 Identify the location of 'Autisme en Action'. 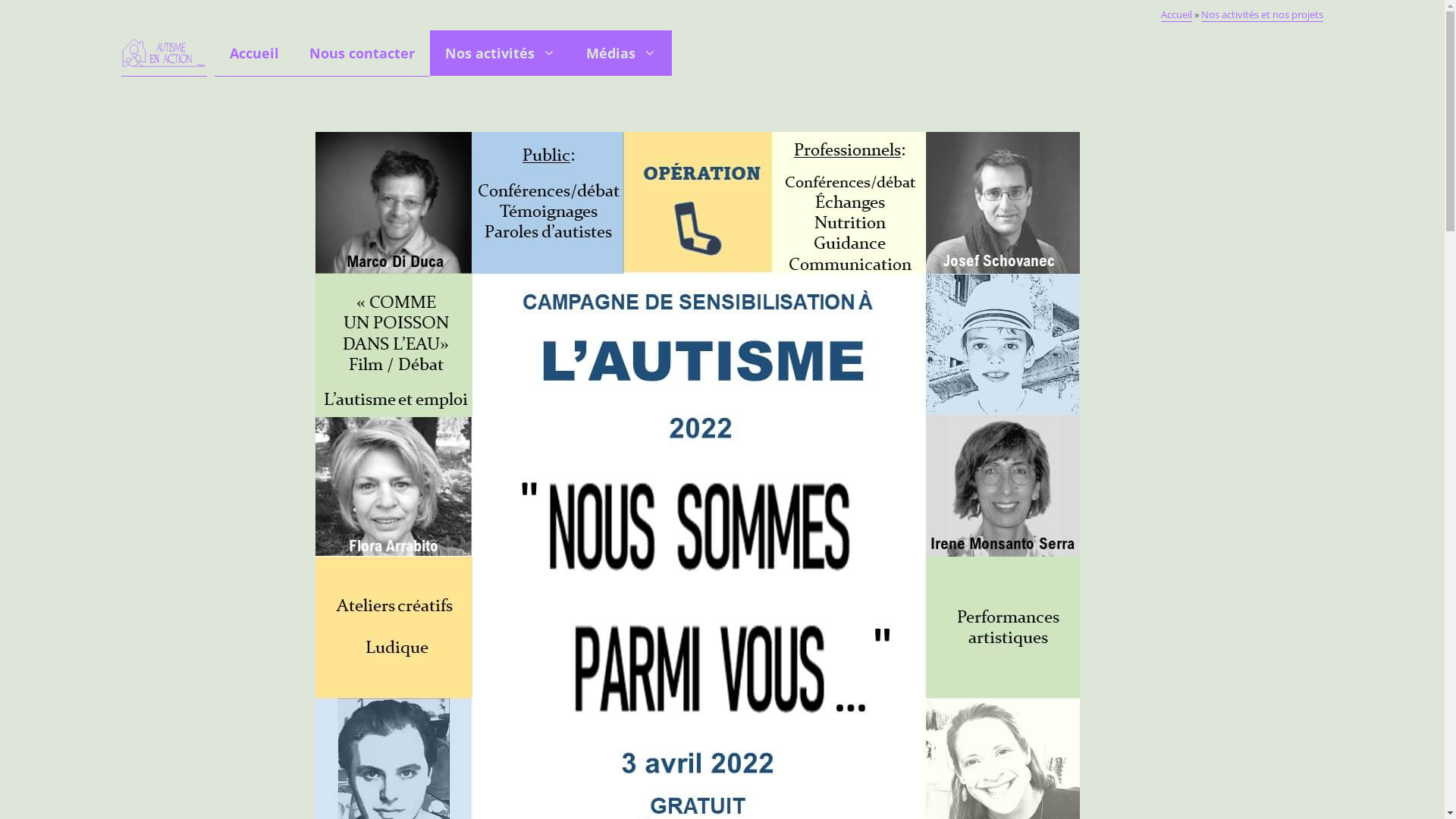
(120, 52).